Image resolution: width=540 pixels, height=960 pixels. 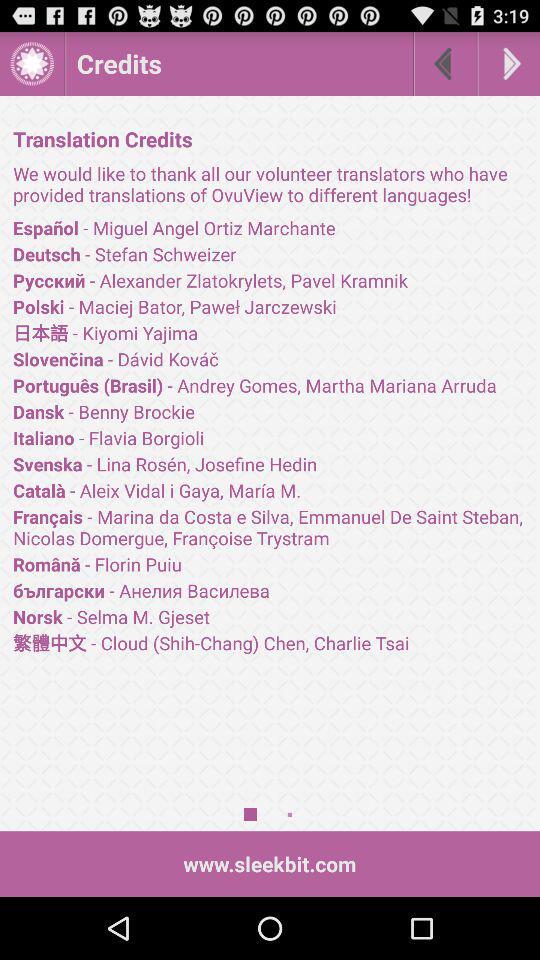 I want to click on the arrow_forward icon, so click(x=509, y=68).